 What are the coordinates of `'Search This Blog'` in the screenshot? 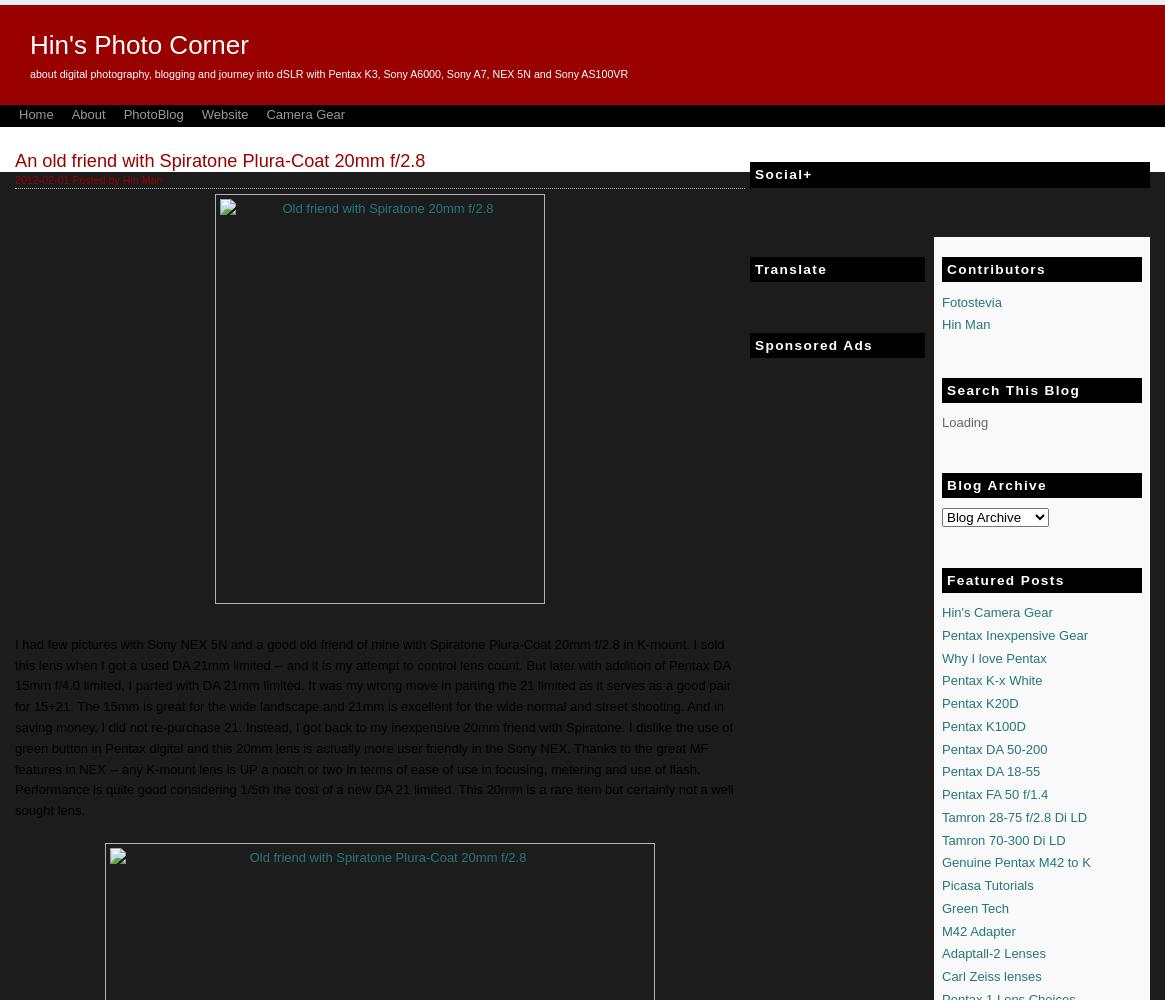 It's located at (1012, 390).